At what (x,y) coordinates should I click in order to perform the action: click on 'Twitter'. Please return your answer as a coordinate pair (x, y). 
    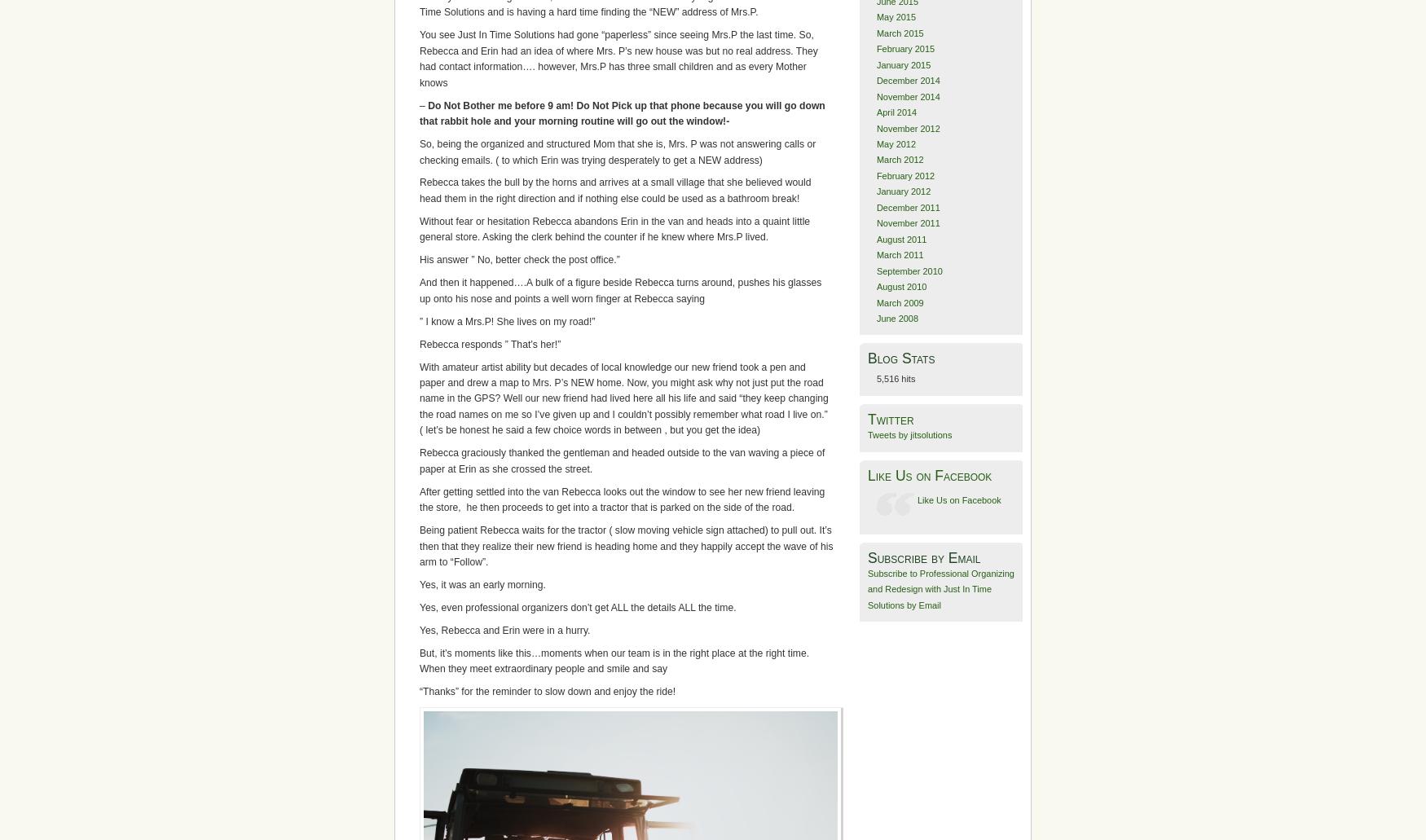
    Looking at the image, I should click on (891, 418).